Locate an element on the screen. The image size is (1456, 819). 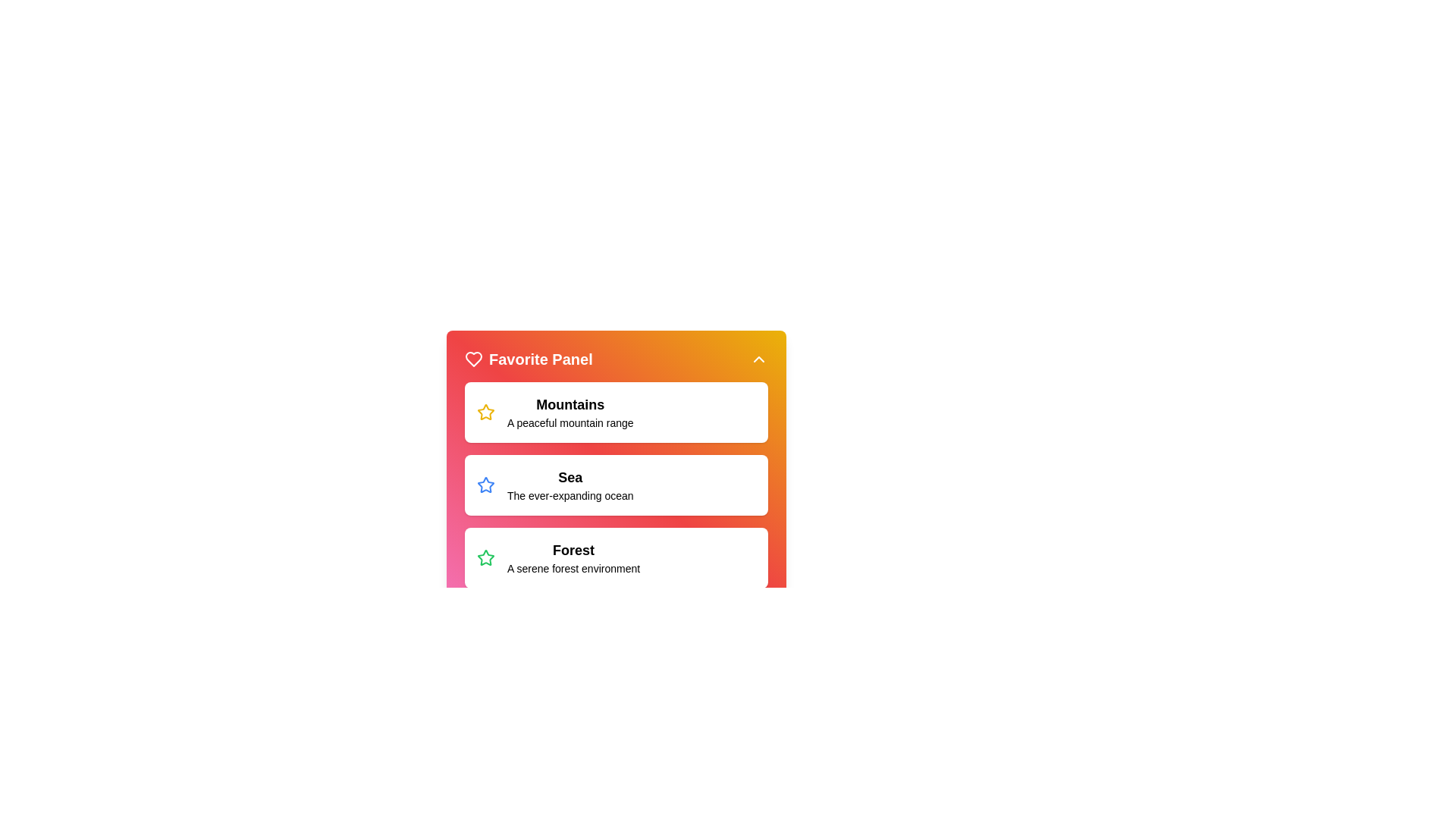
the text label displaying 'A peaceful mountain range' located under the title 'Mountains' in the 'Favorite Panel' section is located at coordinates (570, 423).